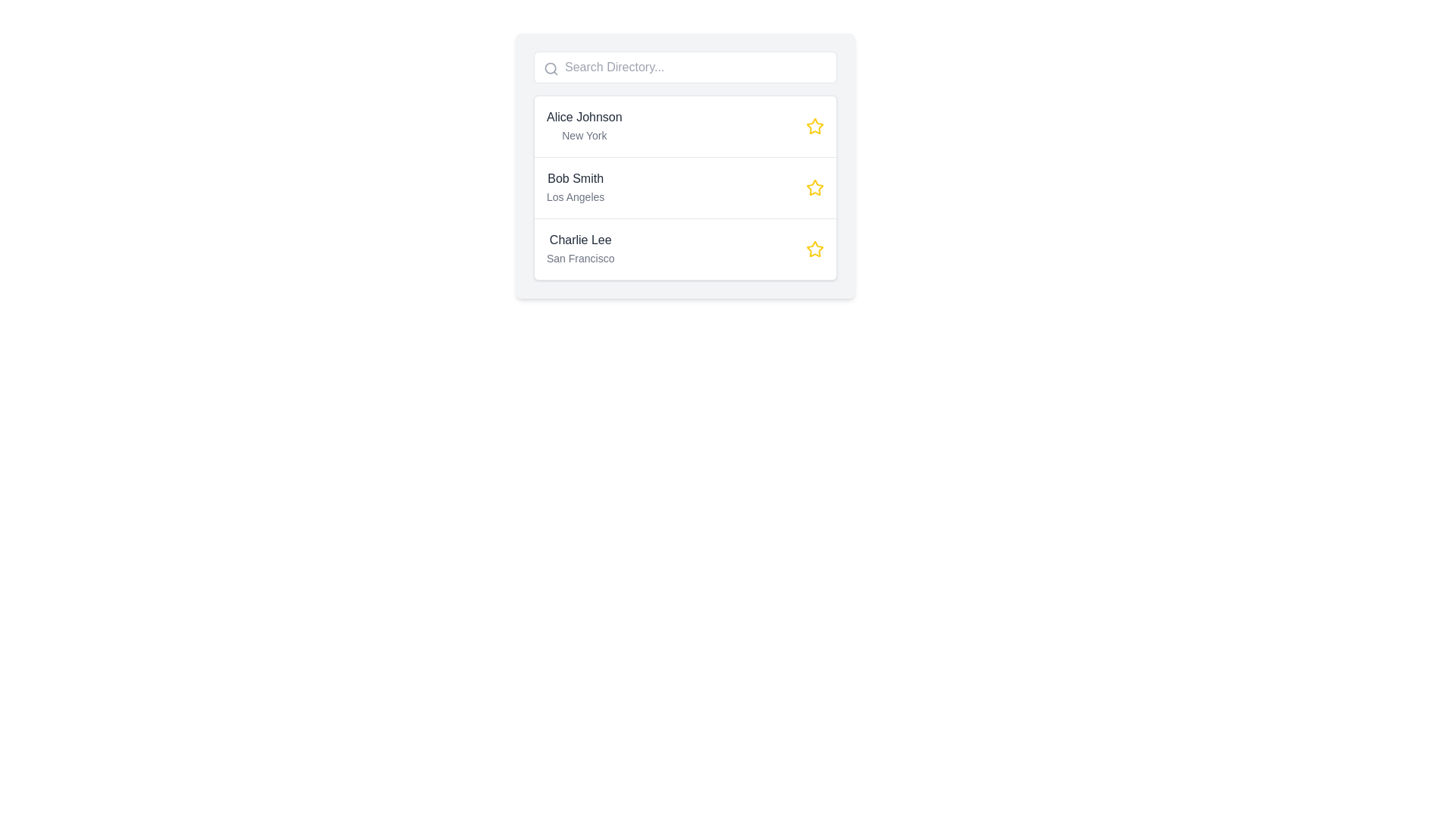 This screenshot has width=1456, height=819. I want to click on text label displaying the name 'Charlie Lee', which is the main descriptor in the third entry of the list above 'San Francisco', so click(579, 239).